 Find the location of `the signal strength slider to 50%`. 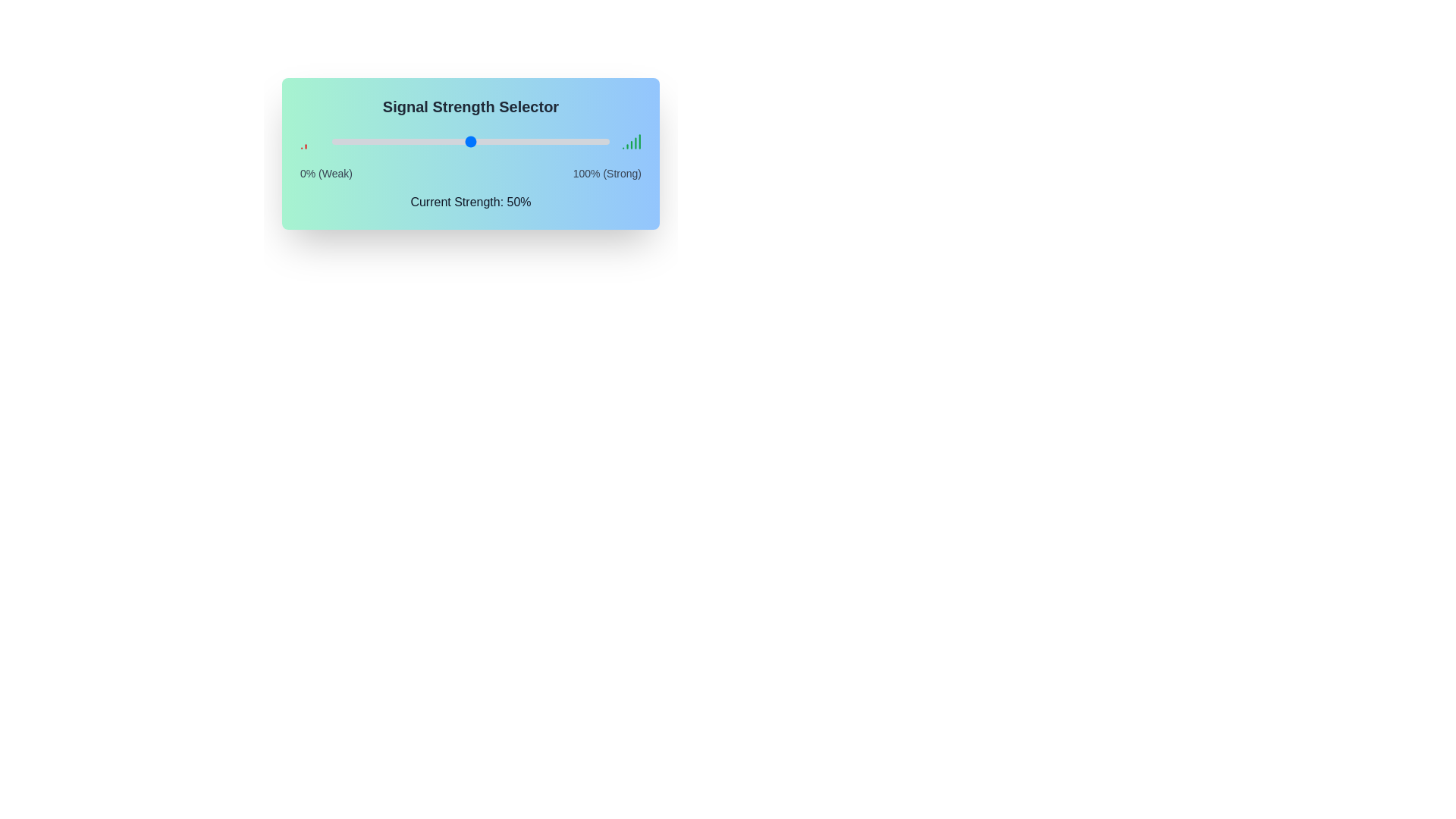

the signal strength slider to 50% is located at coordinates (469, 141).